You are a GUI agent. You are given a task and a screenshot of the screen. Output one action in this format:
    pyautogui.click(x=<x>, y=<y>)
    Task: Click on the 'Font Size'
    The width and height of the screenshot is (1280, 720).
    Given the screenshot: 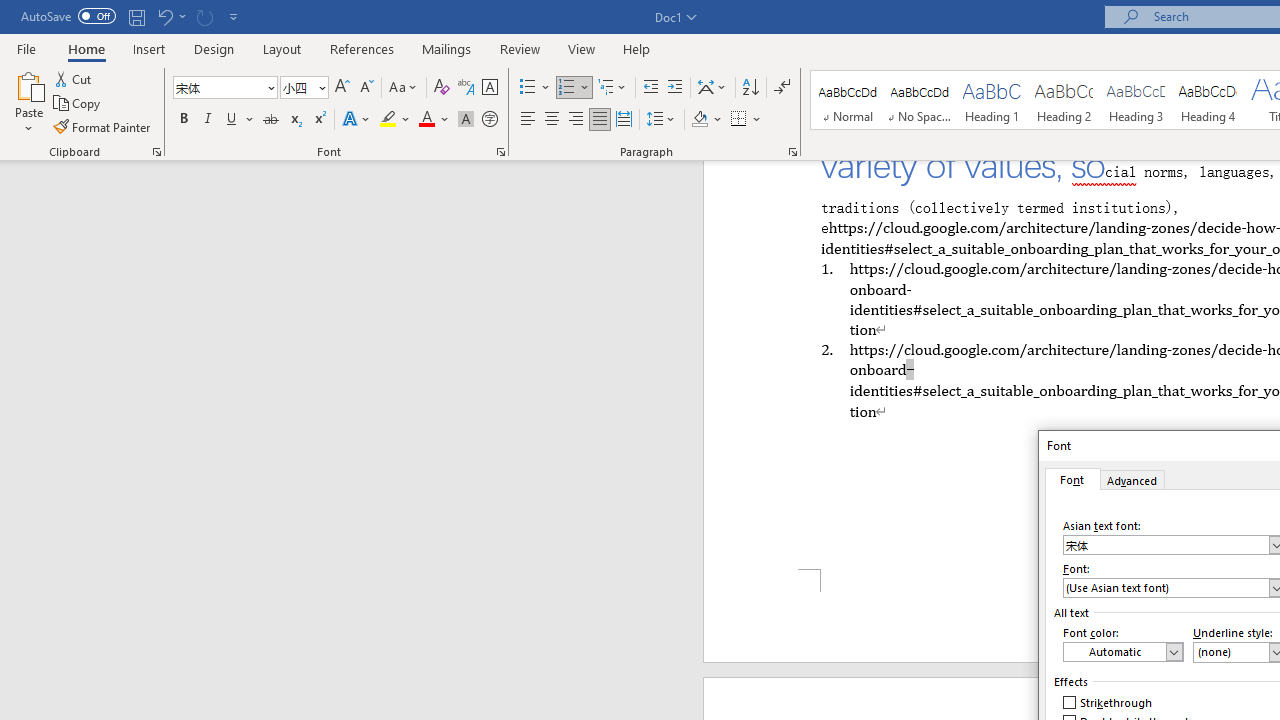 What is the action you would take?
    pyautogui.click(x=303, y=86)
    